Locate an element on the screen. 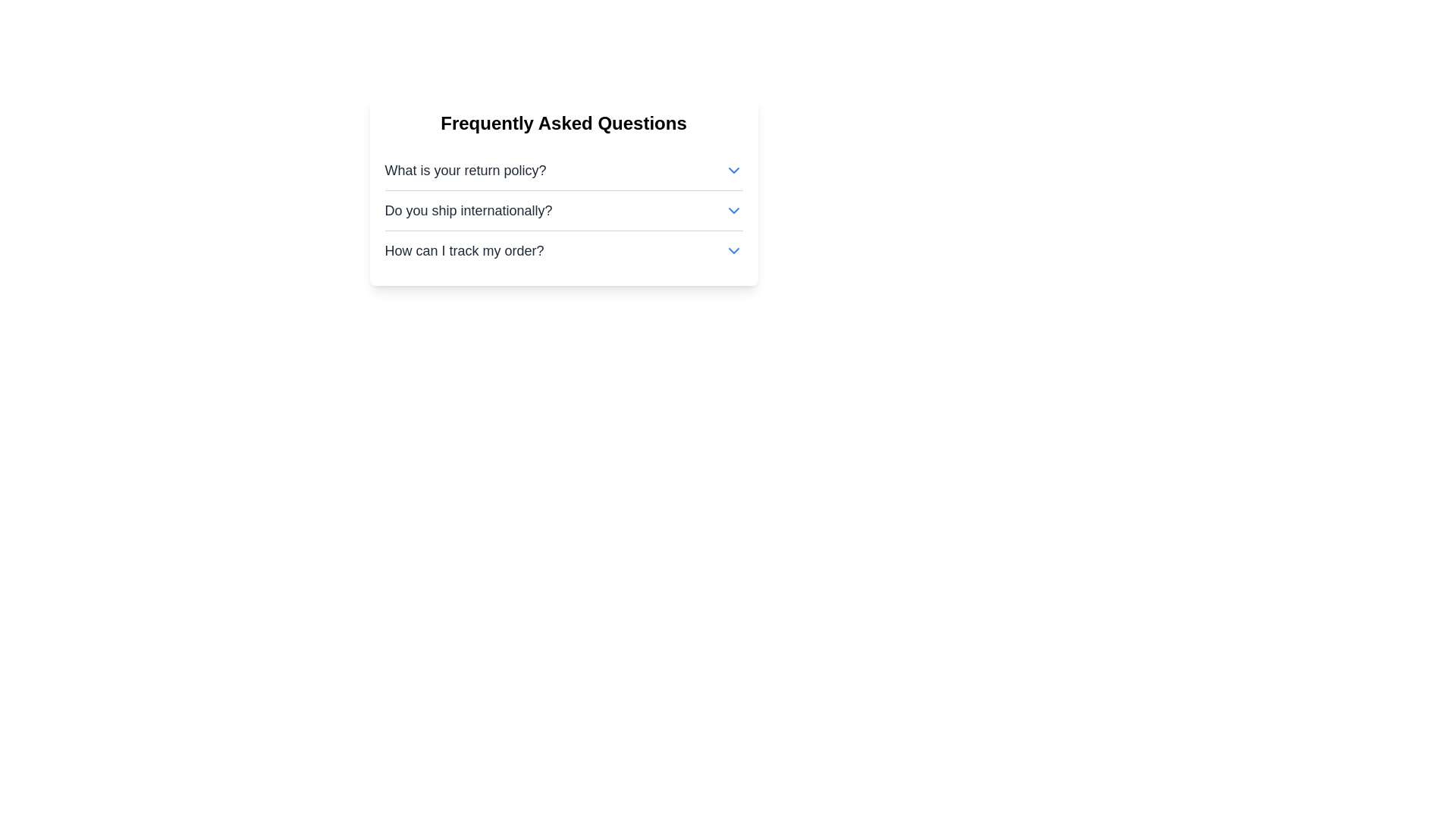 The image size is (1456, 819). the question list section containing the FAQs: 'What is your return policy?', 'Do you ship internationally?', and 'How can I track my order?' is located at coordinates (563, 210).